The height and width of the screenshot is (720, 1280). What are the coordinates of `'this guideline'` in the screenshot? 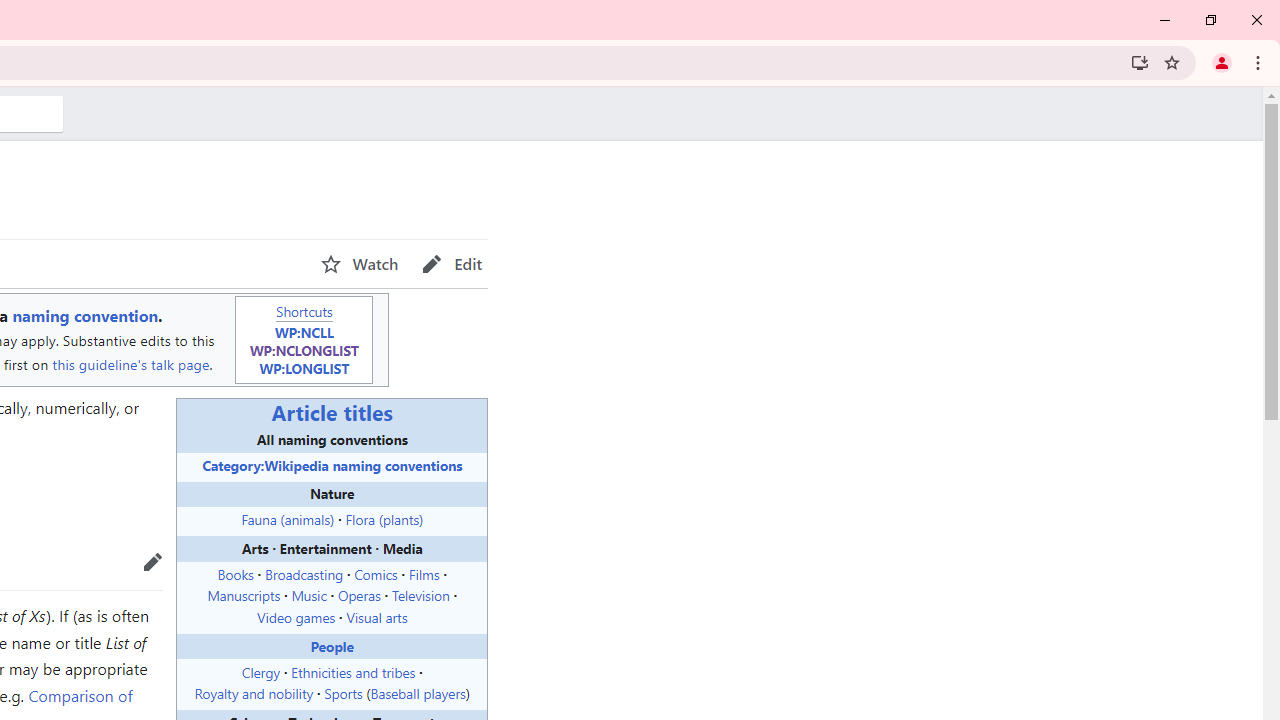 It's located at (130, 364).